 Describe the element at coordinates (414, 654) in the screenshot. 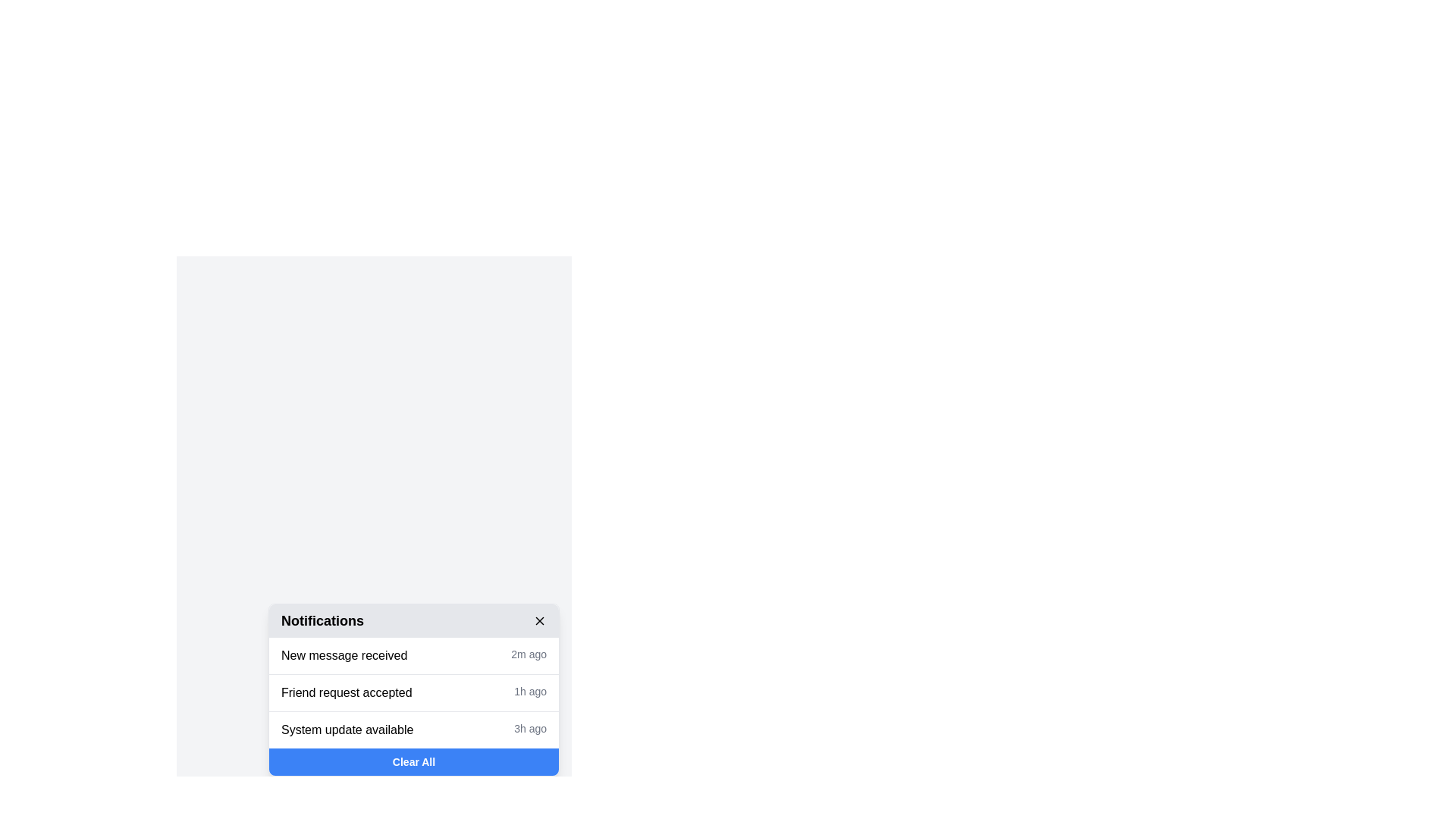

I see `the topmost notification item in the notification list indicating a new message` at that location.